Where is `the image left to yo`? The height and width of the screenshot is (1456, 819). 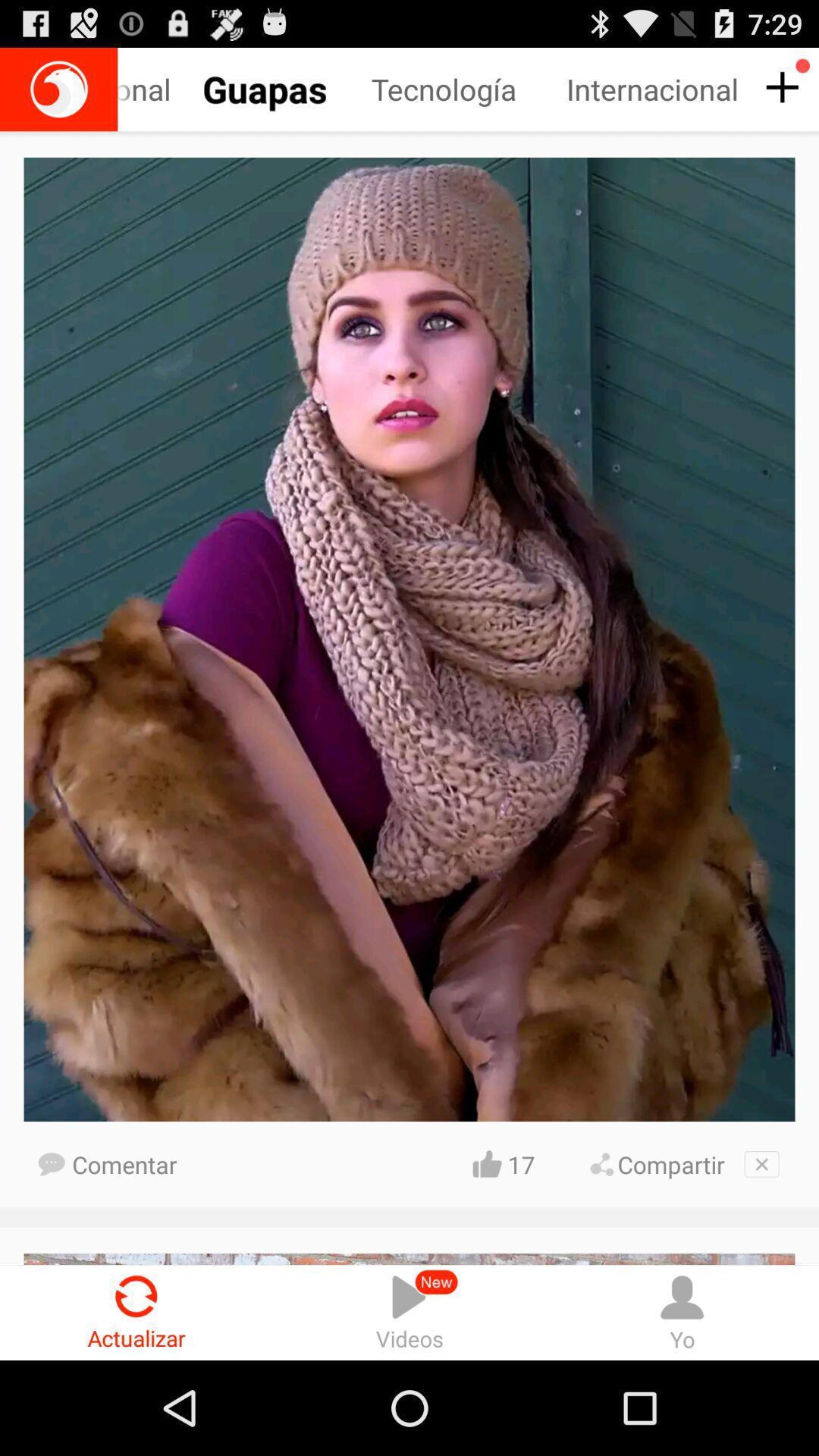 the image left to yo is located at coordinates (409, 1312).